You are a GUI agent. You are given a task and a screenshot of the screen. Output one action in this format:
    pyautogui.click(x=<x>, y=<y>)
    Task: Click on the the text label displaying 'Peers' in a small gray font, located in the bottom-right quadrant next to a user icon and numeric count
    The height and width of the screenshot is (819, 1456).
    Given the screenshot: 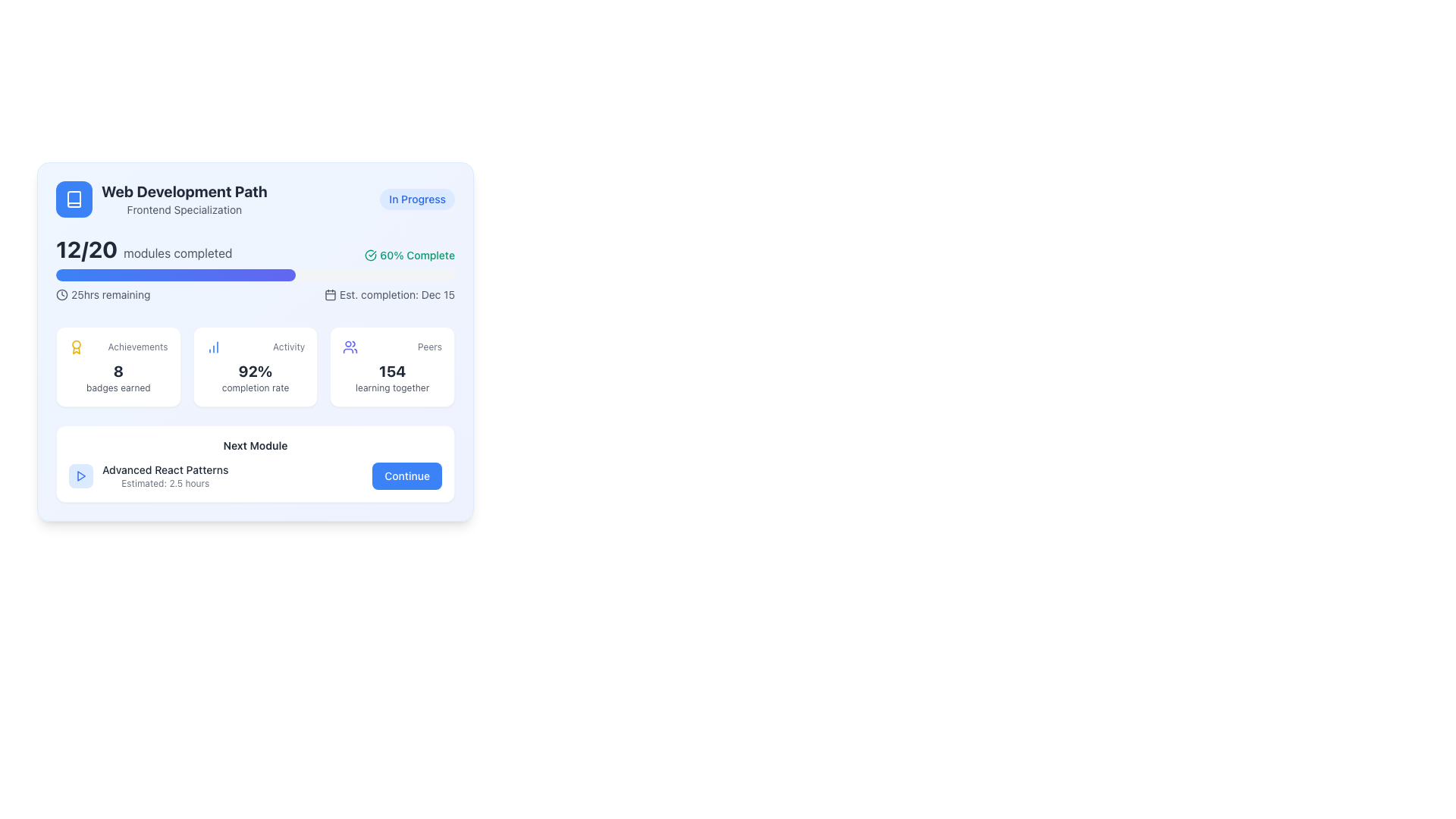 What is the action you would take?
    pyautogui.click(x=428, y=347)
    